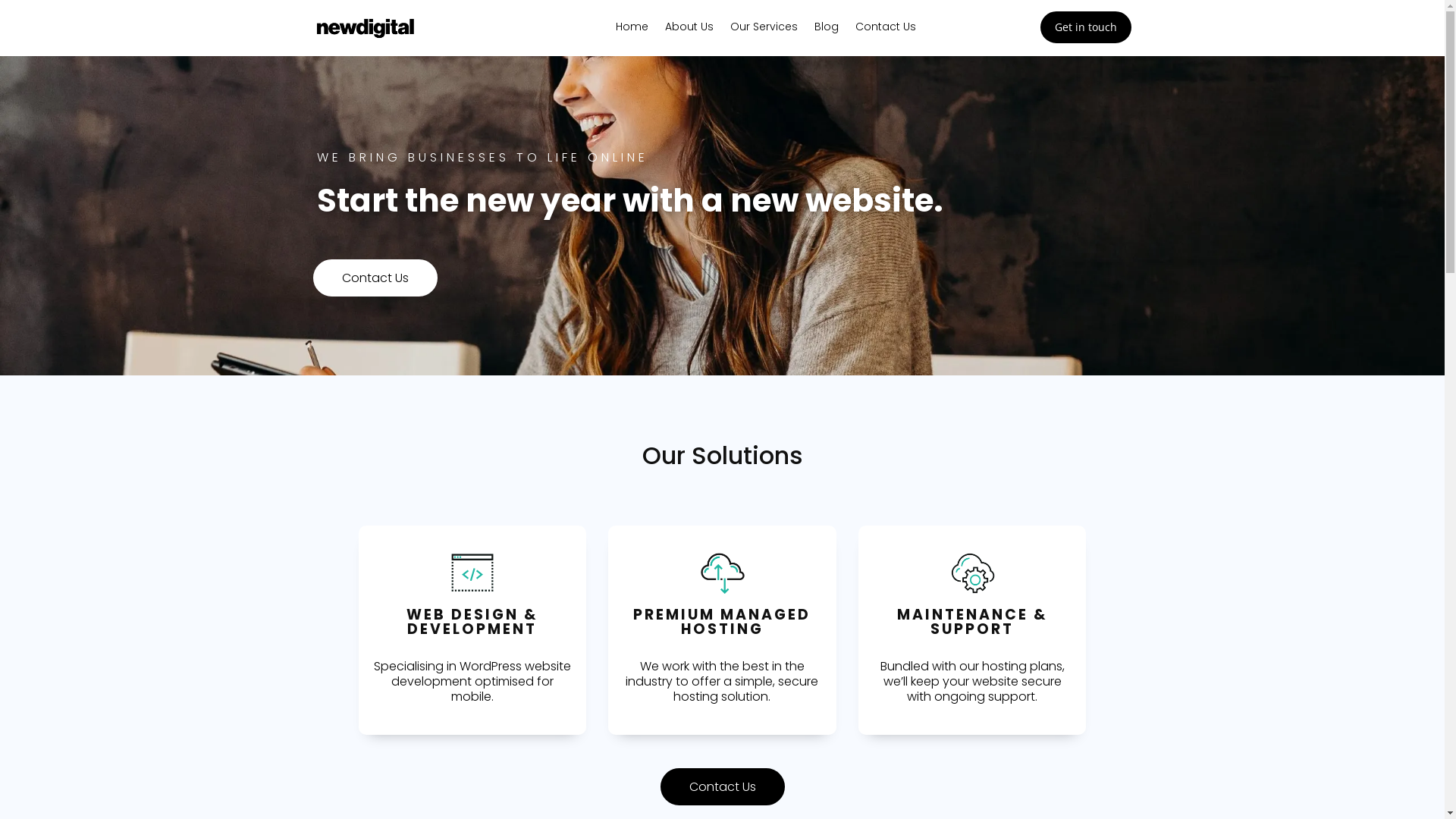 The height and width of the screenshot is (819, 1456). What do you see at coordinates (730, 29) in the screenshot?
I see `'Our Services'` at bounding box center [730, 29].